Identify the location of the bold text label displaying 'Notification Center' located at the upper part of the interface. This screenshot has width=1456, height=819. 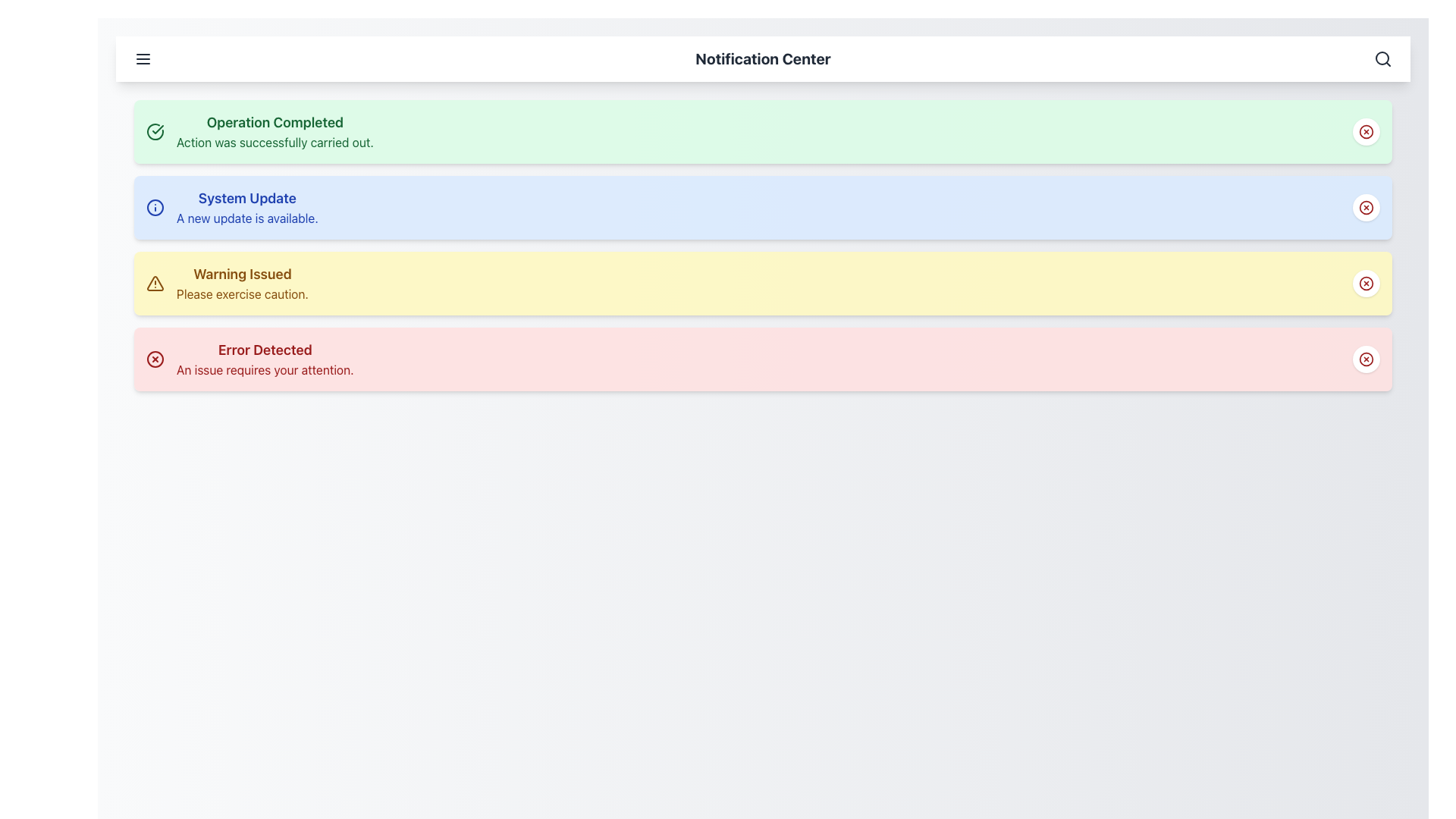
(763, 58).